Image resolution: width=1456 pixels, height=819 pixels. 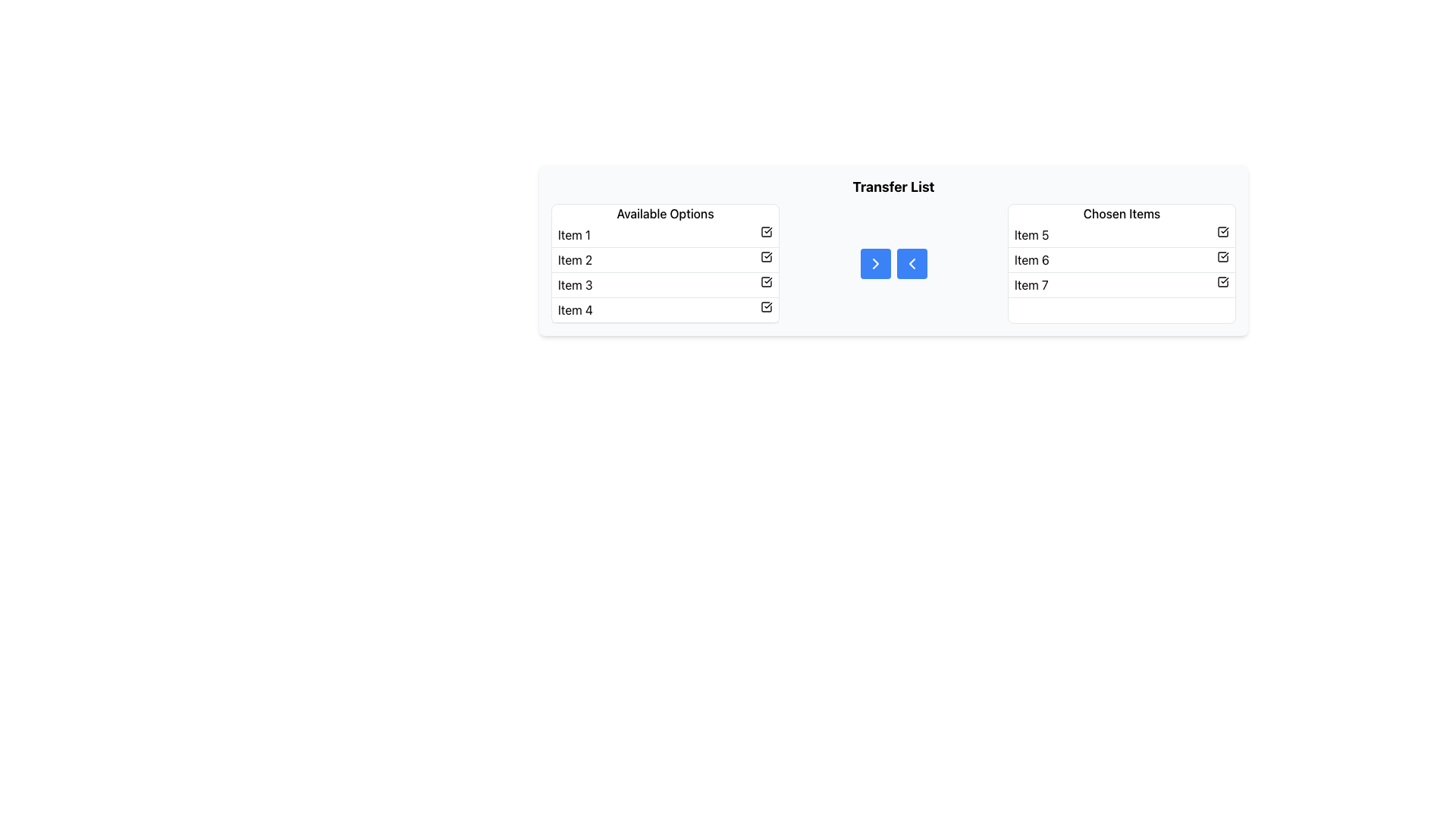 I want to click on the Icon button or checkbox located in the second row of 'Available Options' next to 'Item 2', so click(x=765, y=256).